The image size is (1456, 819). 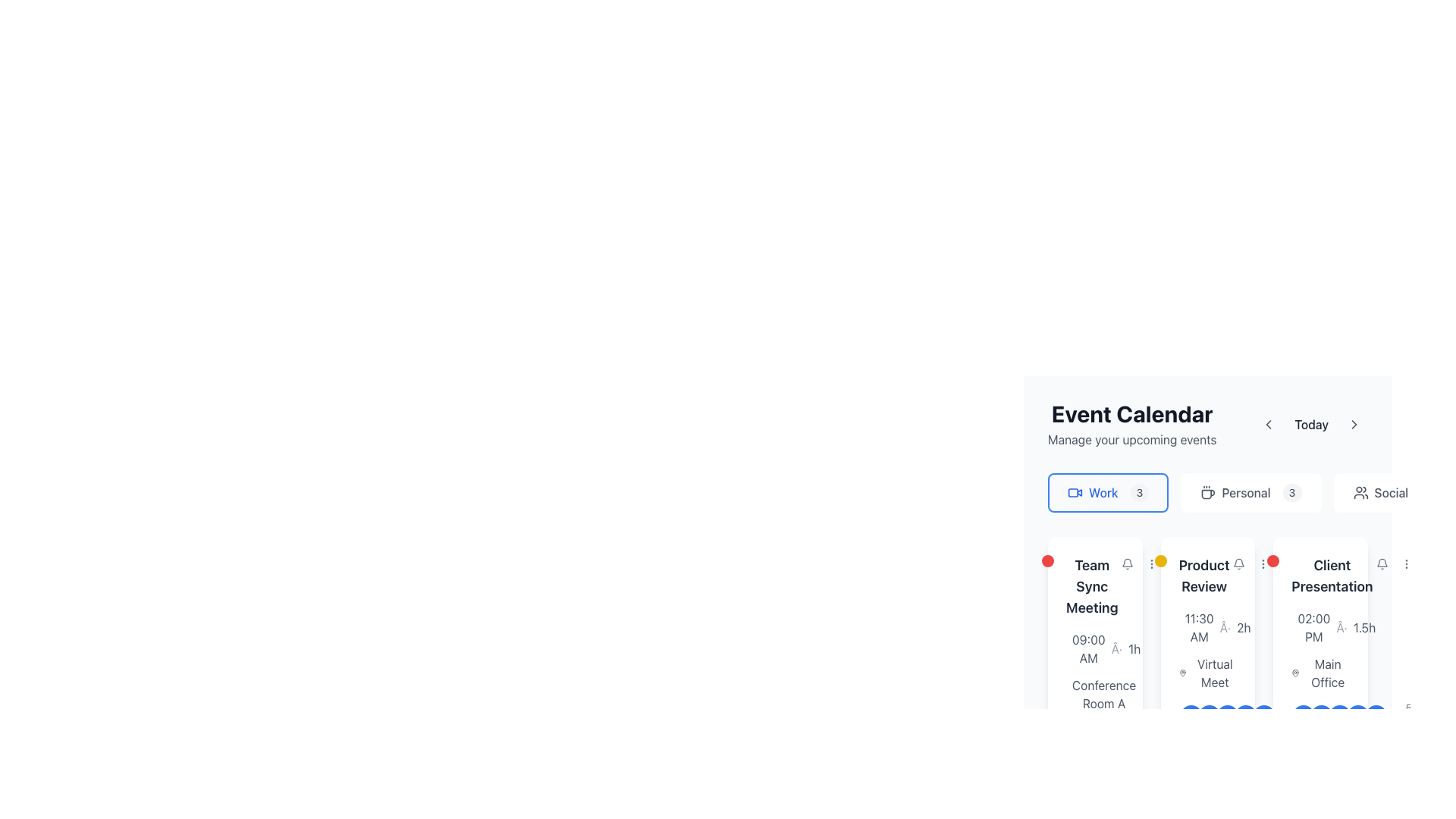 I want to click on the map pin icon located to the left of the 'Main Office' text in the 'Client Presentation' event details within the 'Event Calendar' interface panel, so click(x=1294, y=672).